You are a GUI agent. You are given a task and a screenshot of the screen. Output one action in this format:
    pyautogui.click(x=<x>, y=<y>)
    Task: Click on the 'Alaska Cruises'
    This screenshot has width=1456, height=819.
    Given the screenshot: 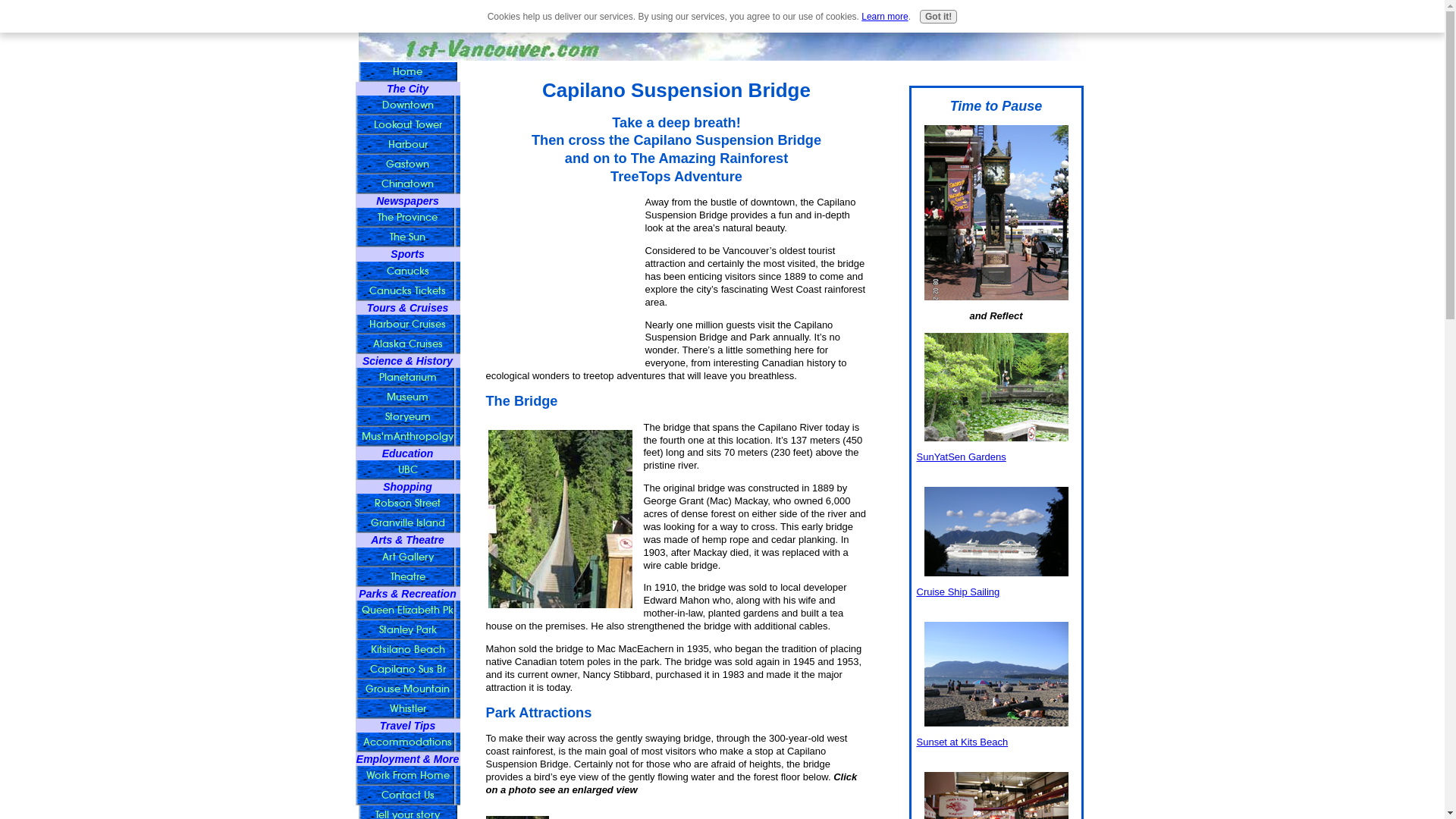 What is the action you would take?
    pyautogui.click(x=407, y=344)
    